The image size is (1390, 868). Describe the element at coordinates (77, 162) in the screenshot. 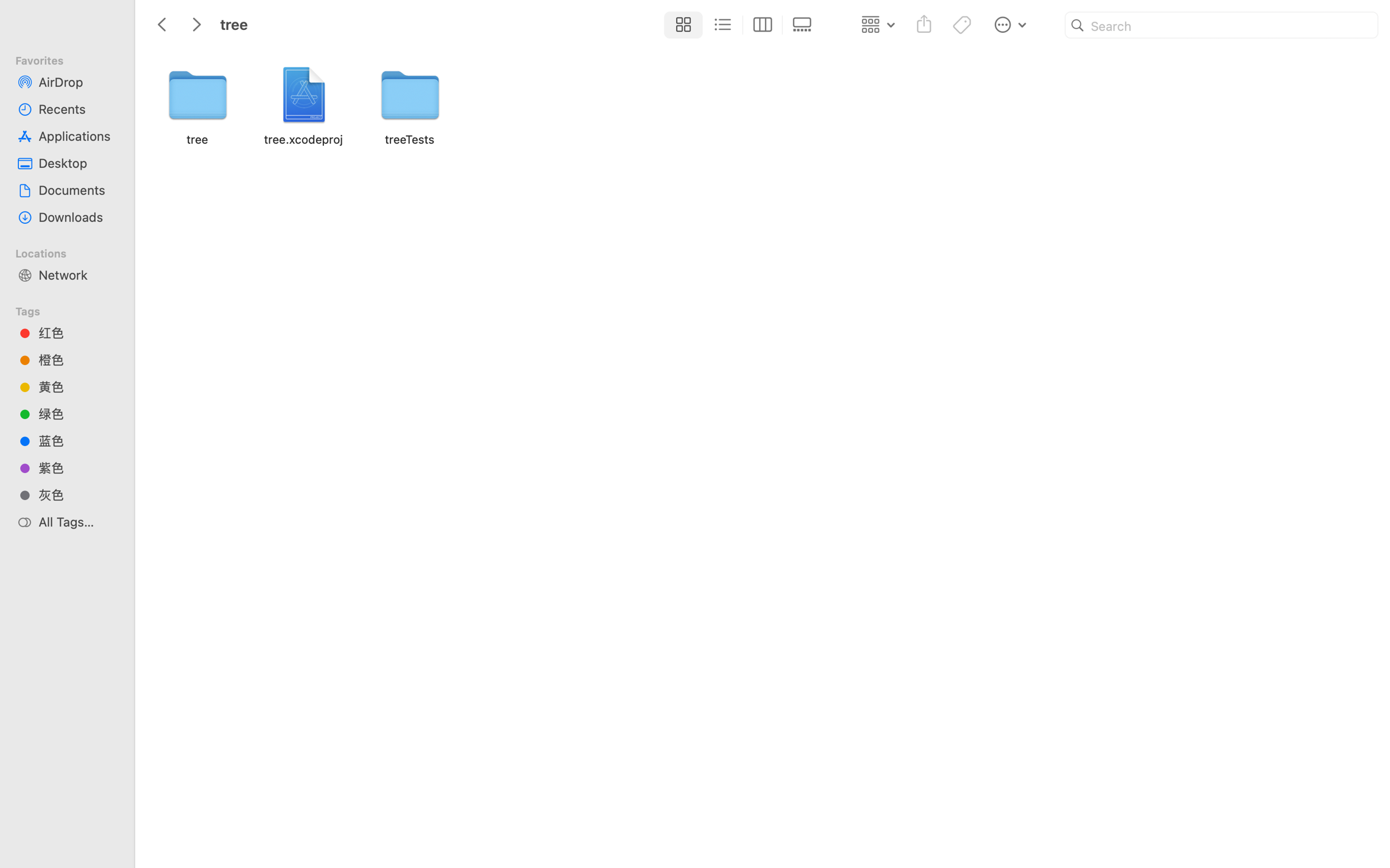

I see `'Desktop'` at that location.